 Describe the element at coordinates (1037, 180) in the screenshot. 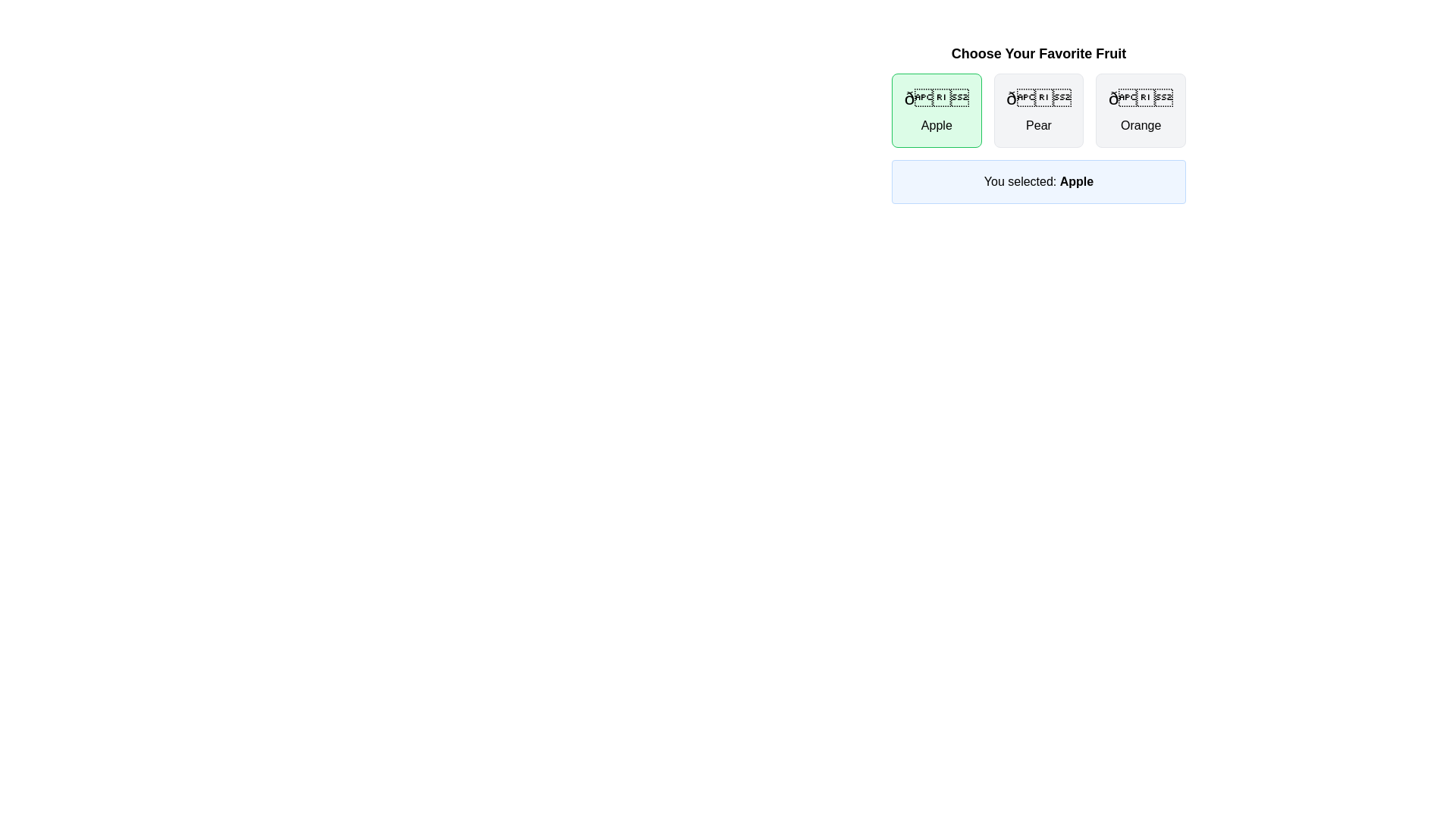

I see `the notification box with a light blue background that displays 'You selected: Apple' in bold text` at that location.